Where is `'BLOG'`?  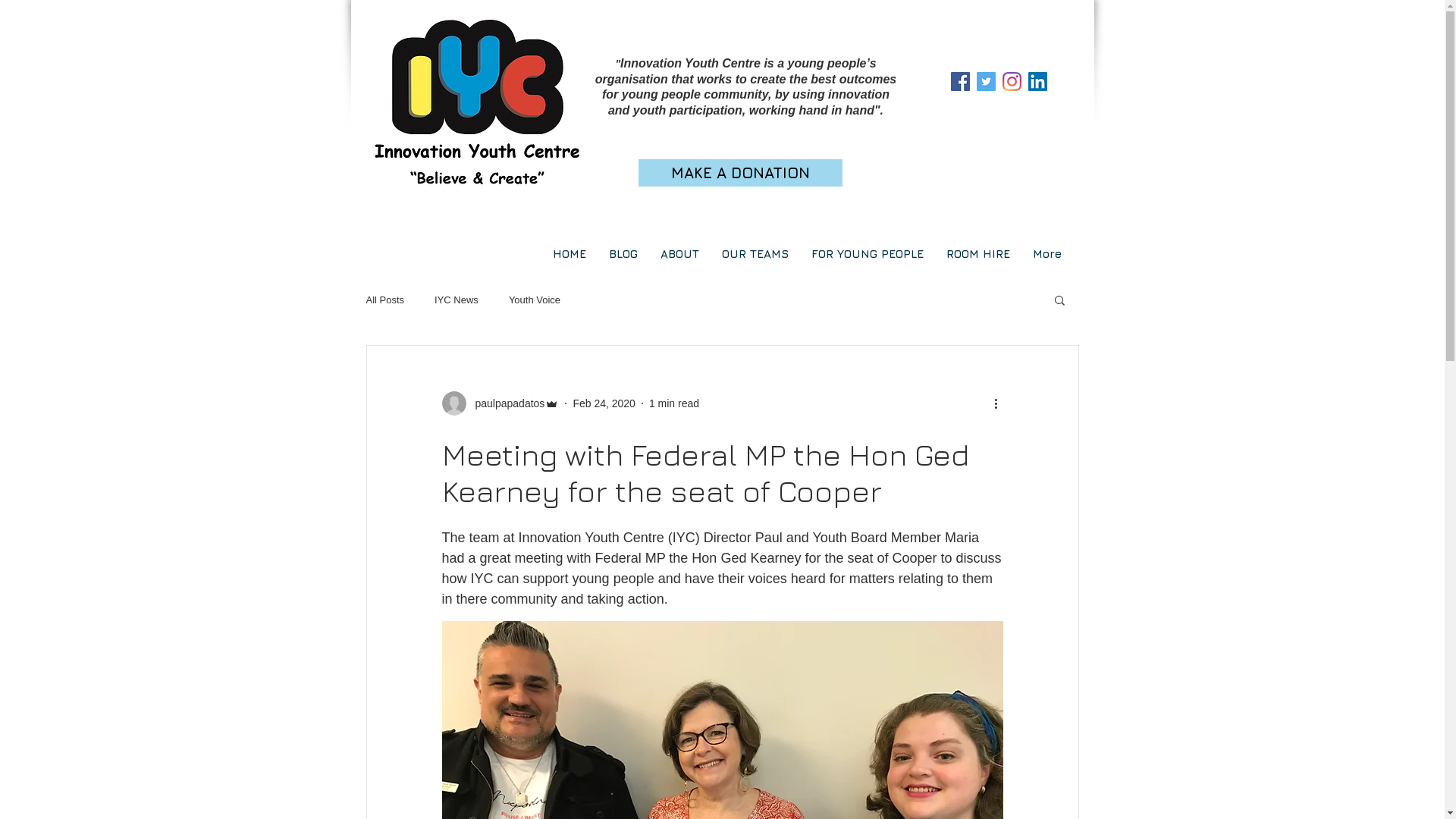 'BLOG' is located at coordinates (623, 250).